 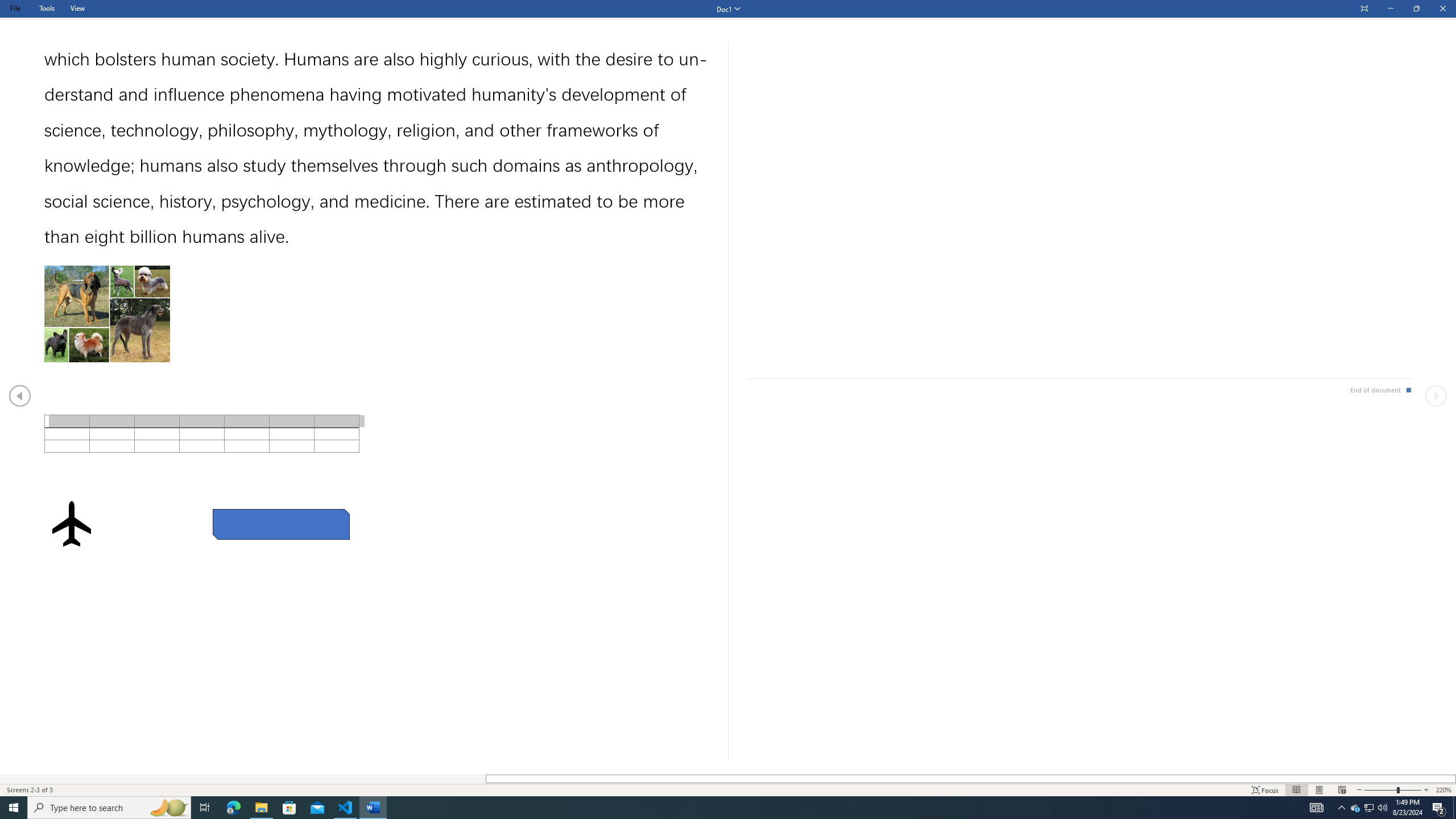 What do you see at coordinates (280, 524) in the screenshot?
I see `'Rectangle: Diagonal Corners Snipped 2'` at bounding box center [280, 524].